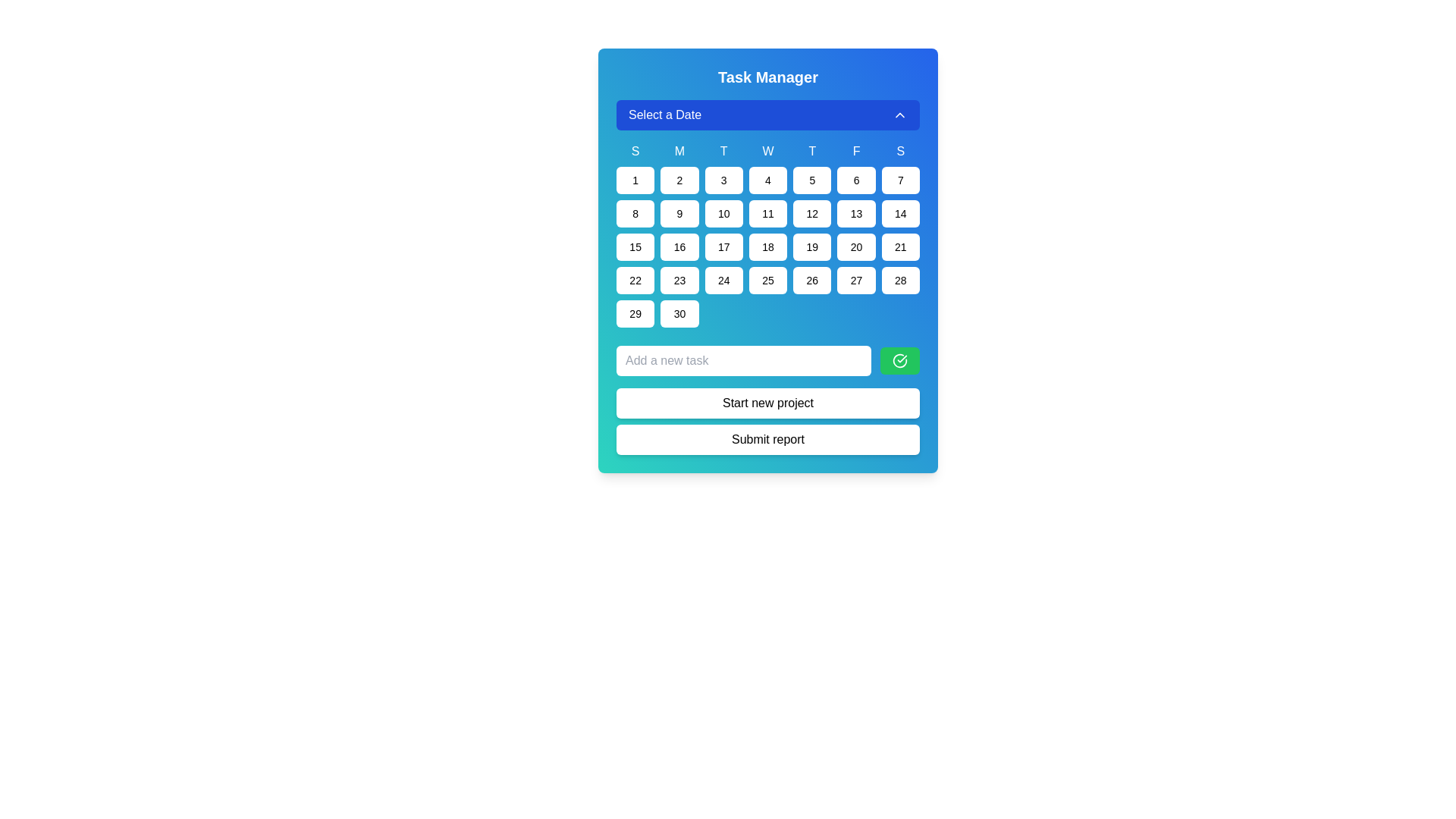 This screenshot has width=1456, height=819. I want to click on the confirm button located to the right of the 'Add a new task' input field to trigger hover effects, so click(899, 360).